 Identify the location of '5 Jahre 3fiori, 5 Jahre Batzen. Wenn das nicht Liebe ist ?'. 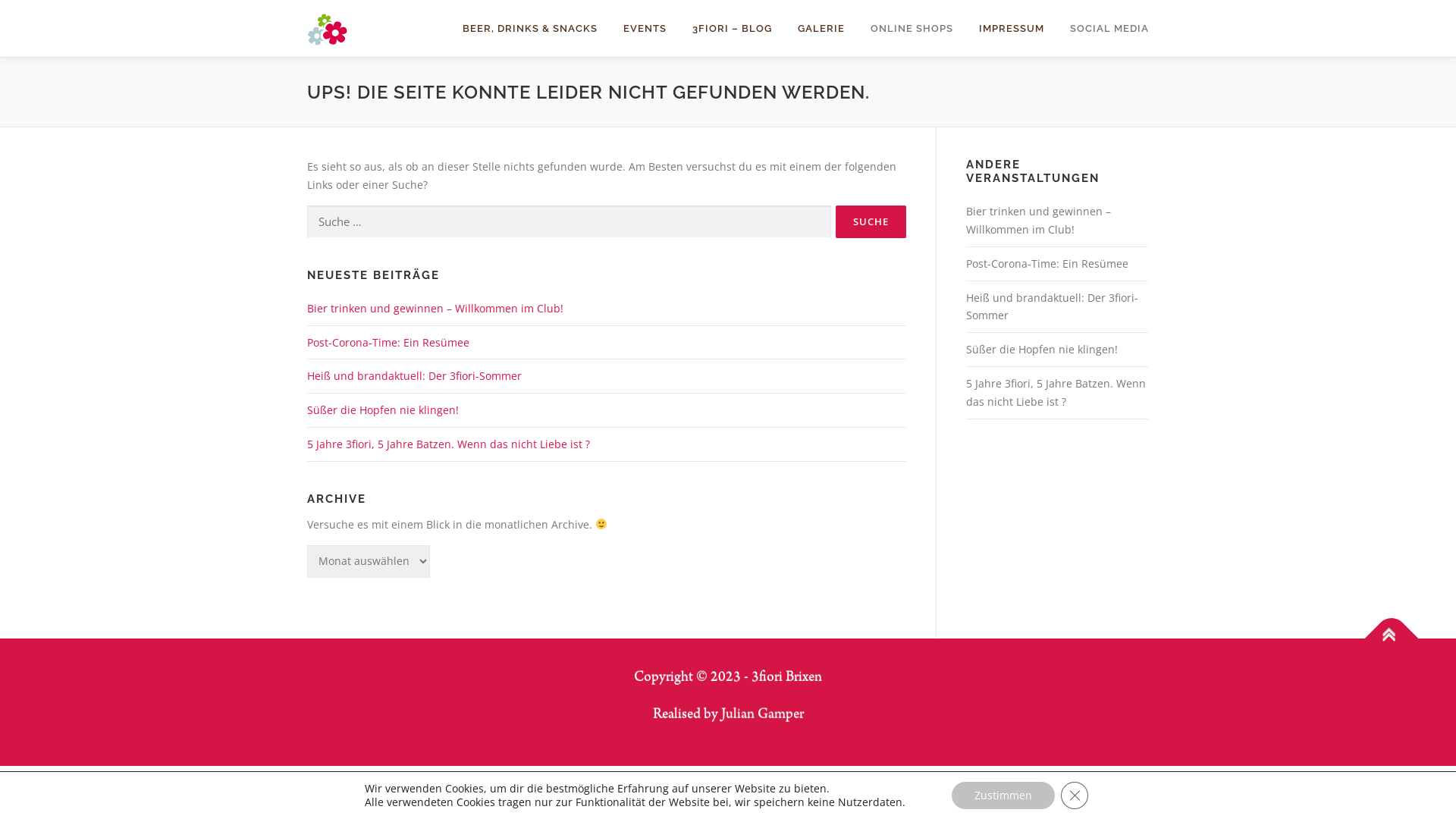
(1055, 391).